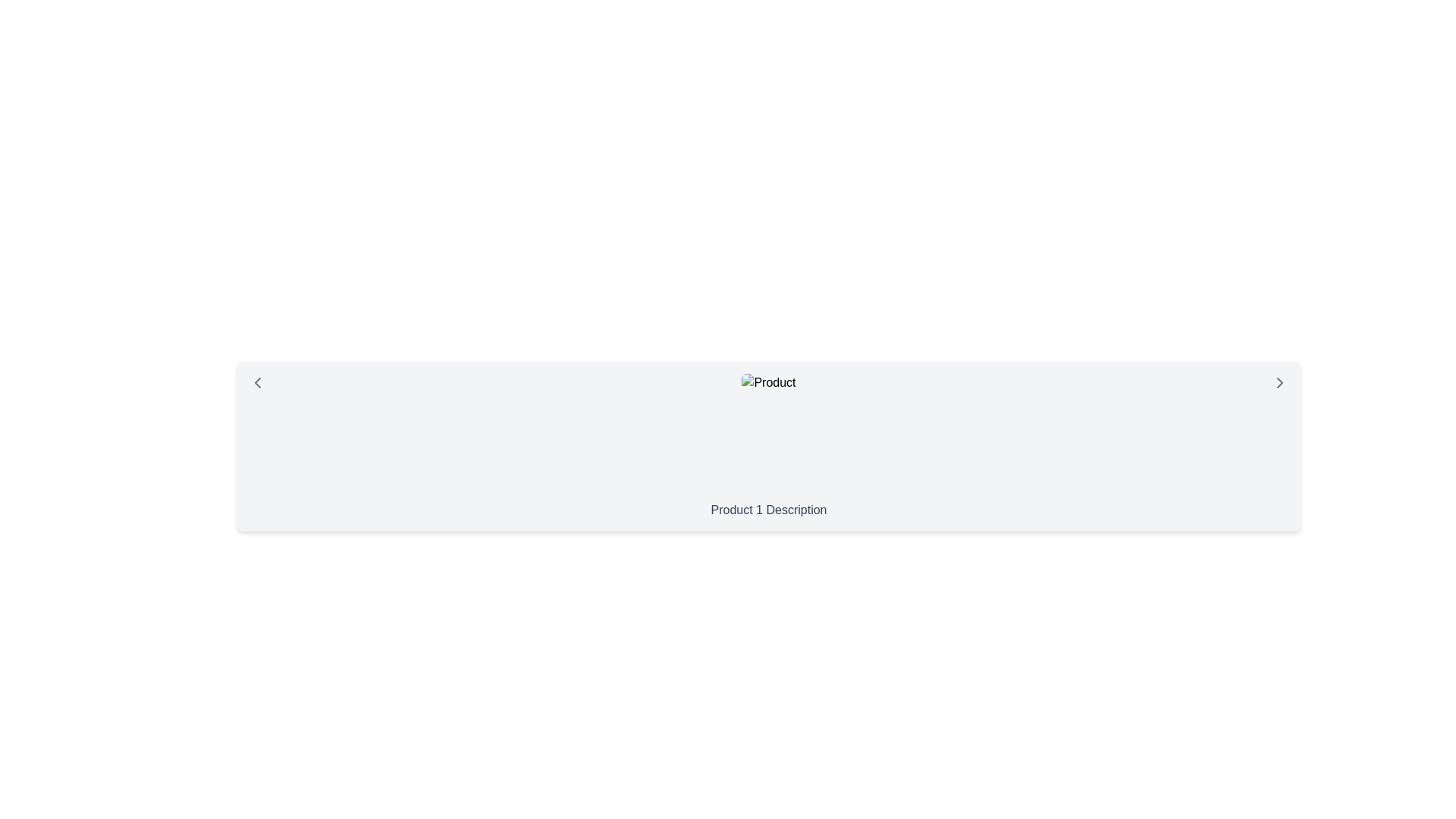 Image resolution: width=1456 pixels, height=819 pixels. What do you see at coordinates (768, 510) in the screenshot?
I see `the text label displaying 'Product 1 Description' which is styled in gray and located below an image` at bounding box center [768, 510].